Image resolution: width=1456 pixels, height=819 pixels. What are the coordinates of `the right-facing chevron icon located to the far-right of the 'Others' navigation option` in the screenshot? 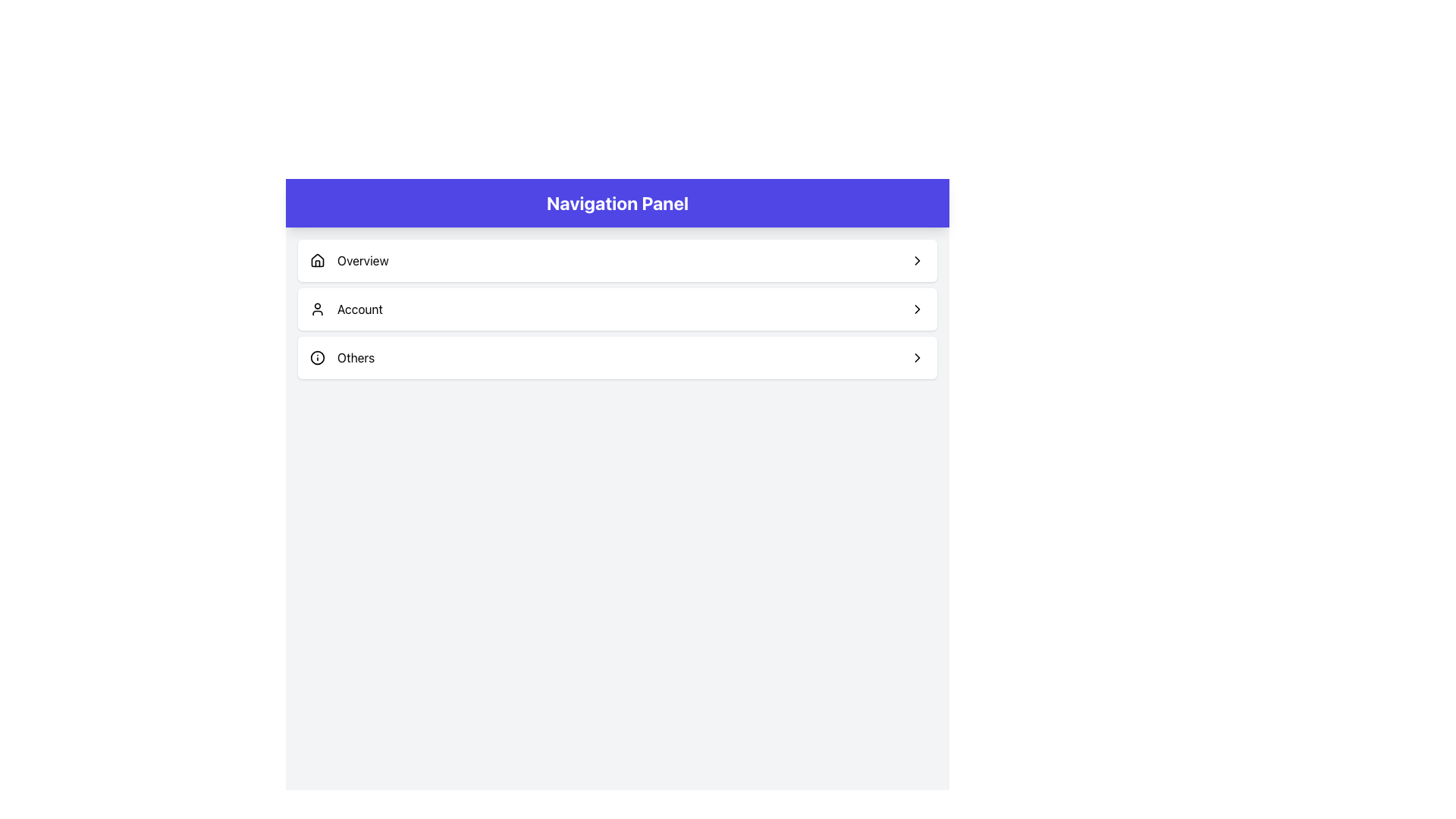 It's located at (916, 357).